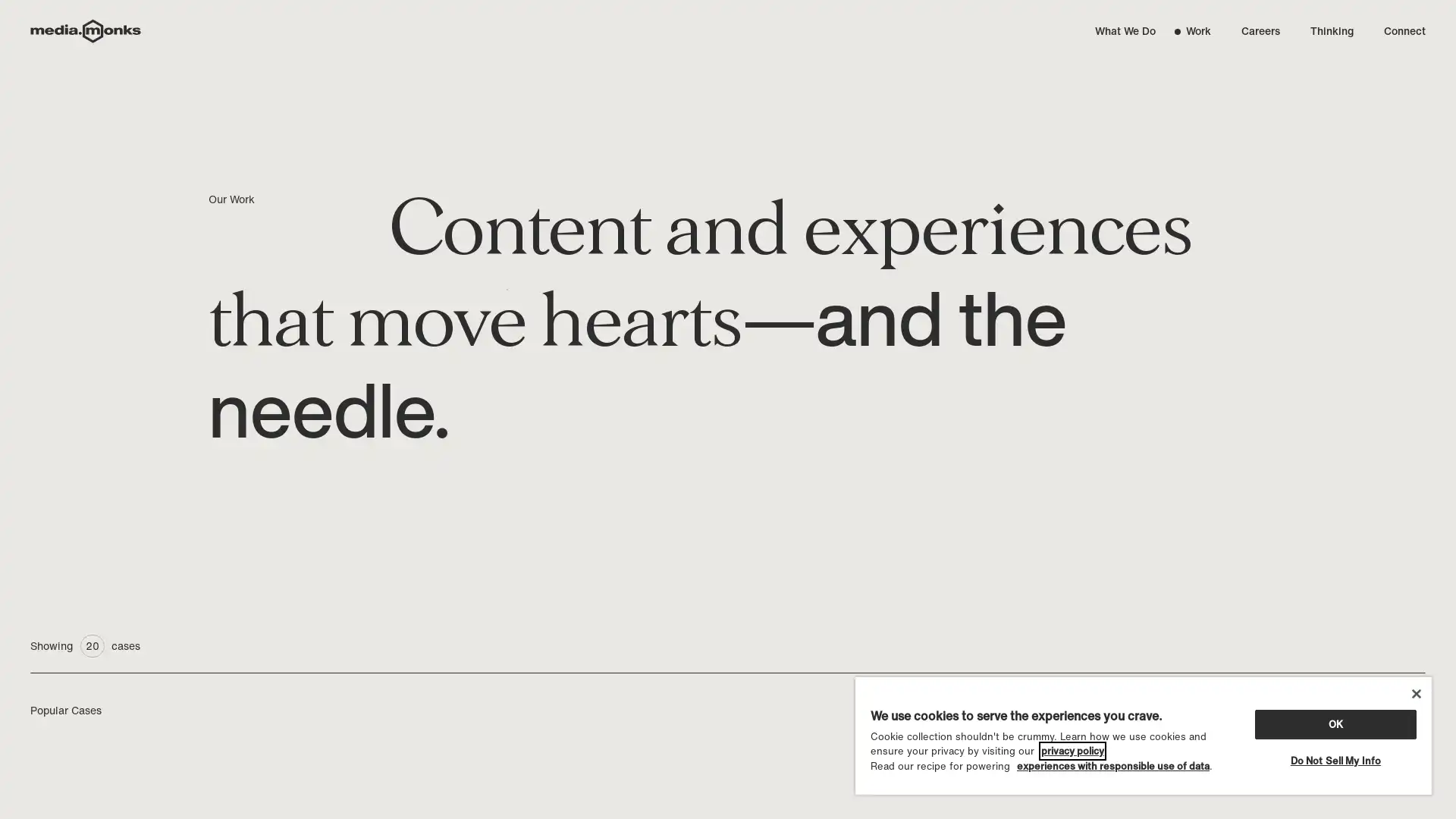  What do you see at coordinates (1335, 723) in the screenshot?
I see `OK` at bounding box center [1335, 723].